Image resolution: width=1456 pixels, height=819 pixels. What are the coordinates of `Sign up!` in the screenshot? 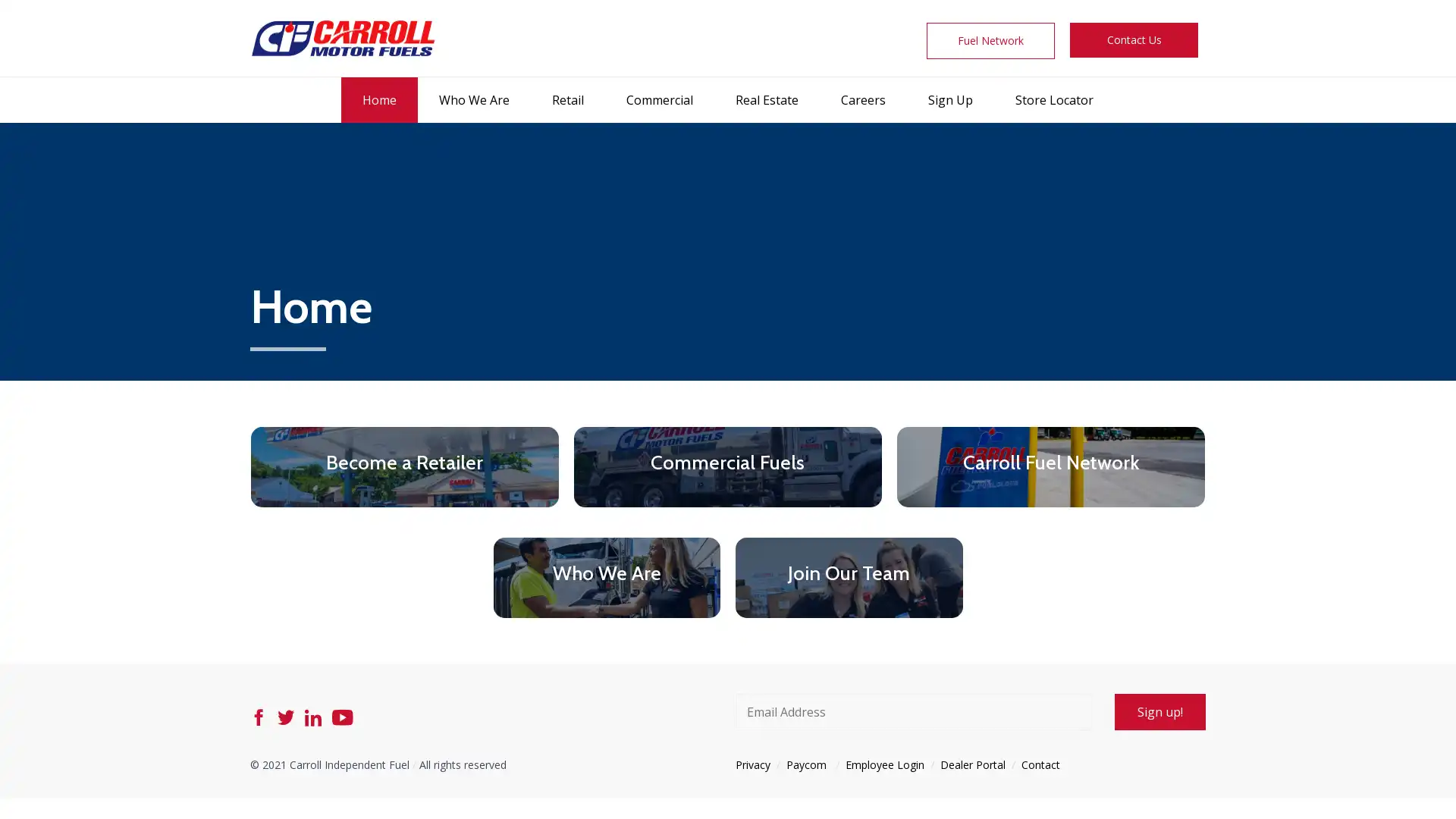 It's located at (1159, 711).